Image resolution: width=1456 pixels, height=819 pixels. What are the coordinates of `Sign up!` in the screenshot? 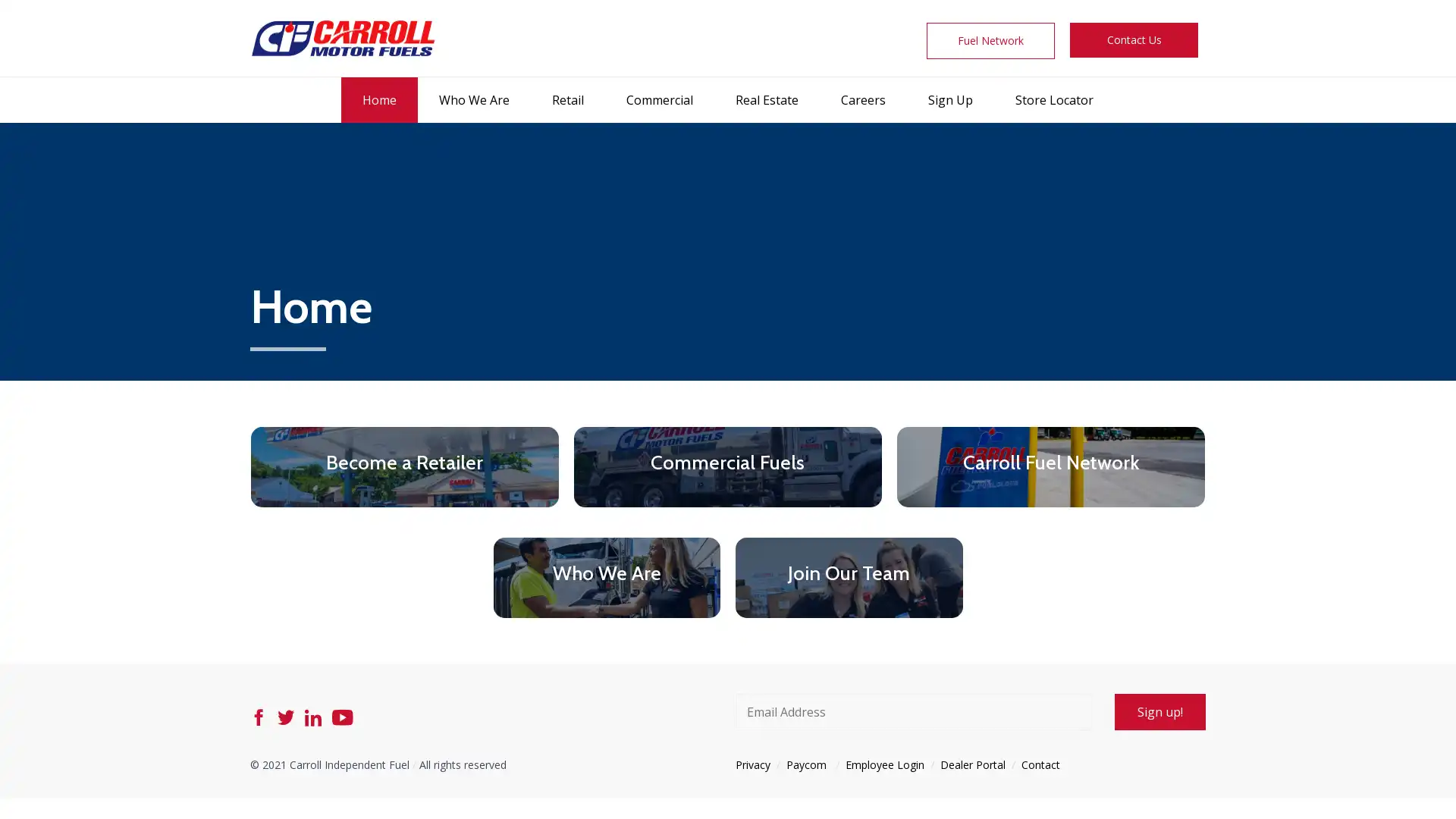 It's located at (1159, 711).